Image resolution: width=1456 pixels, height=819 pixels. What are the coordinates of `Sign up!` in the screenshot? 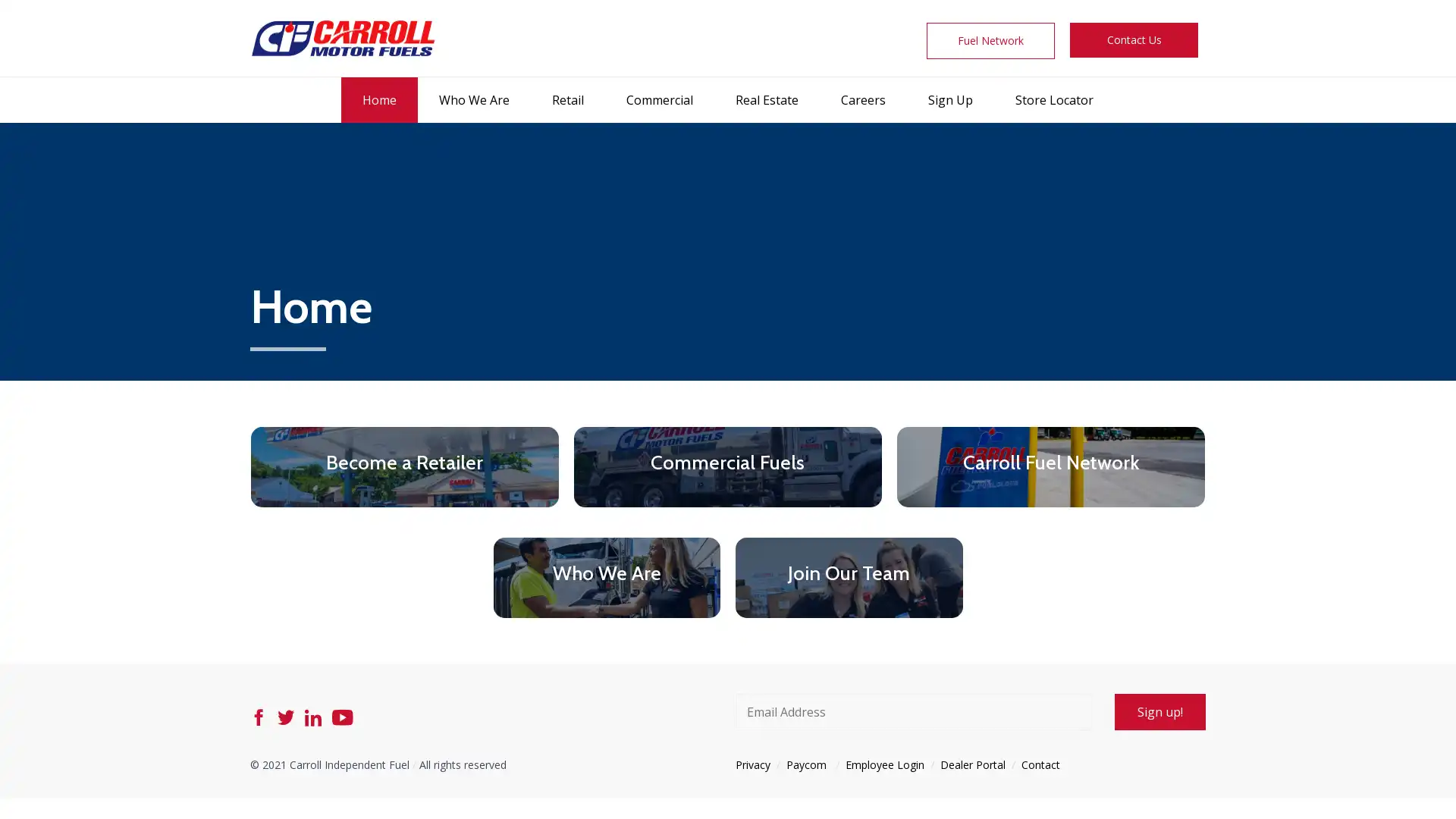 It's located at (1159, 711).